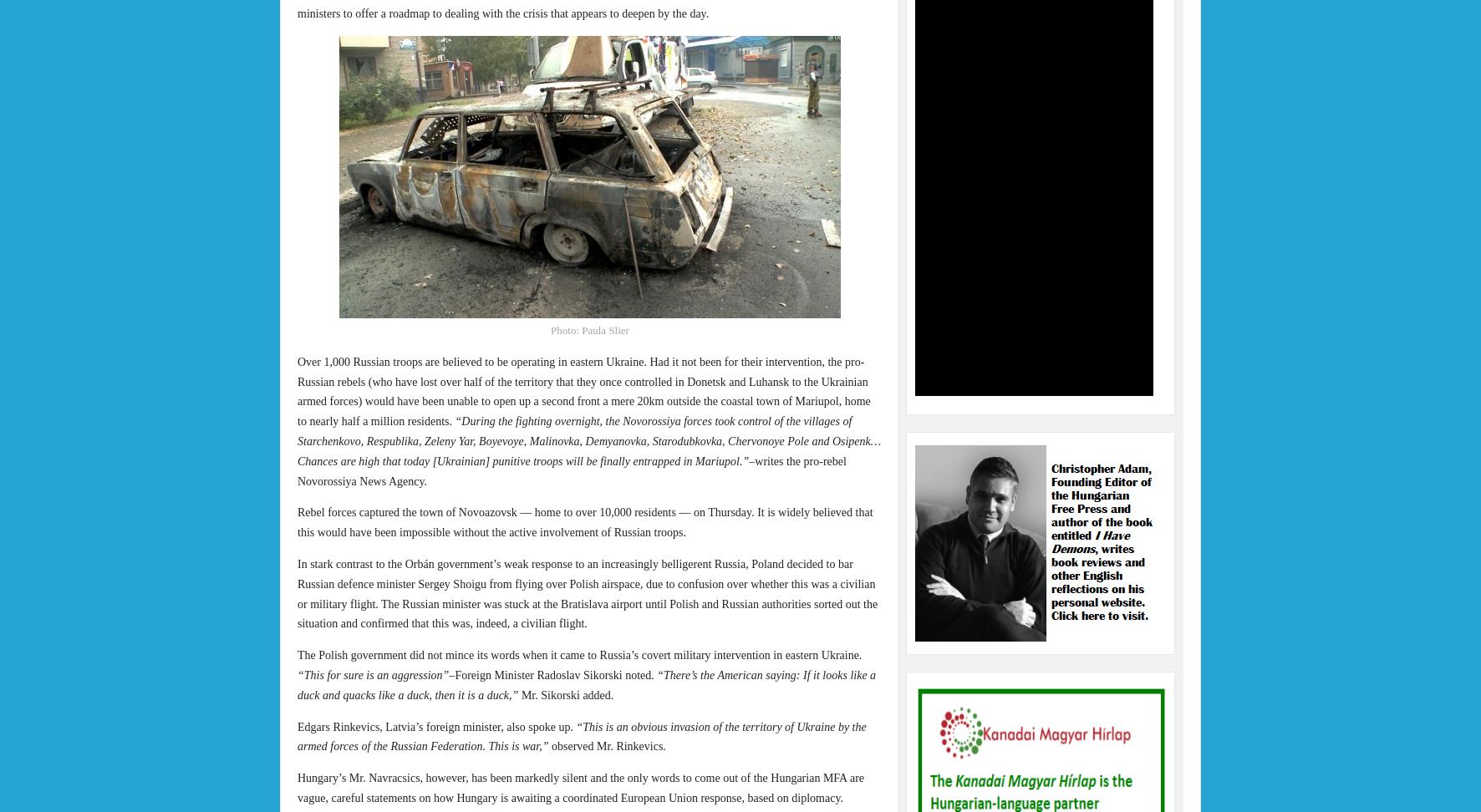  I want to click on 'observed Mr. Rinkevics.', so click(605, 746).